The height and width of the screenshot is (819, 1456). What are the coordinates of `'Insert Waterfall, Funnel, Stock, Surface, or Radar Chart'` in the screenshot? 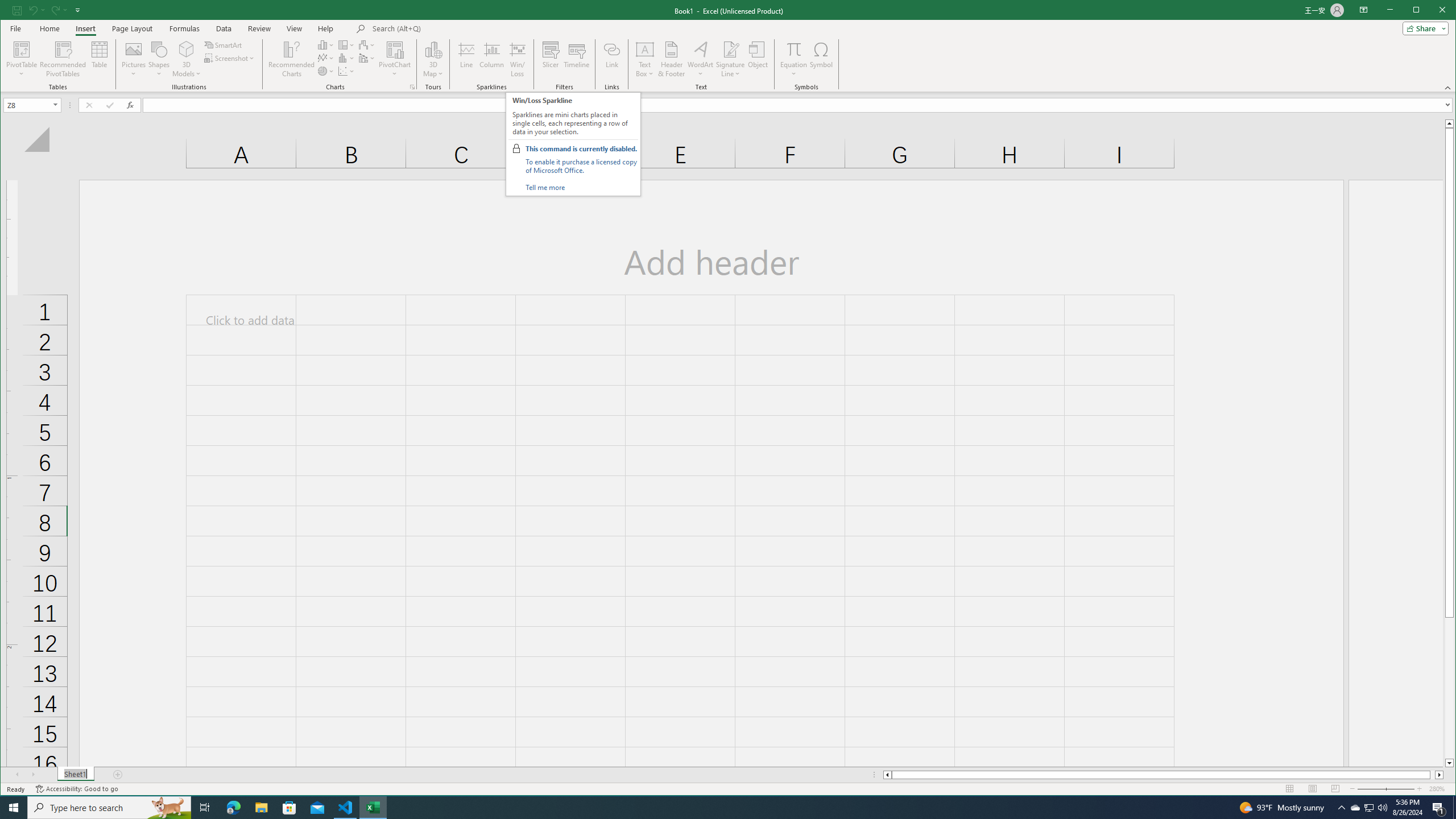 It's located at (366, 44).